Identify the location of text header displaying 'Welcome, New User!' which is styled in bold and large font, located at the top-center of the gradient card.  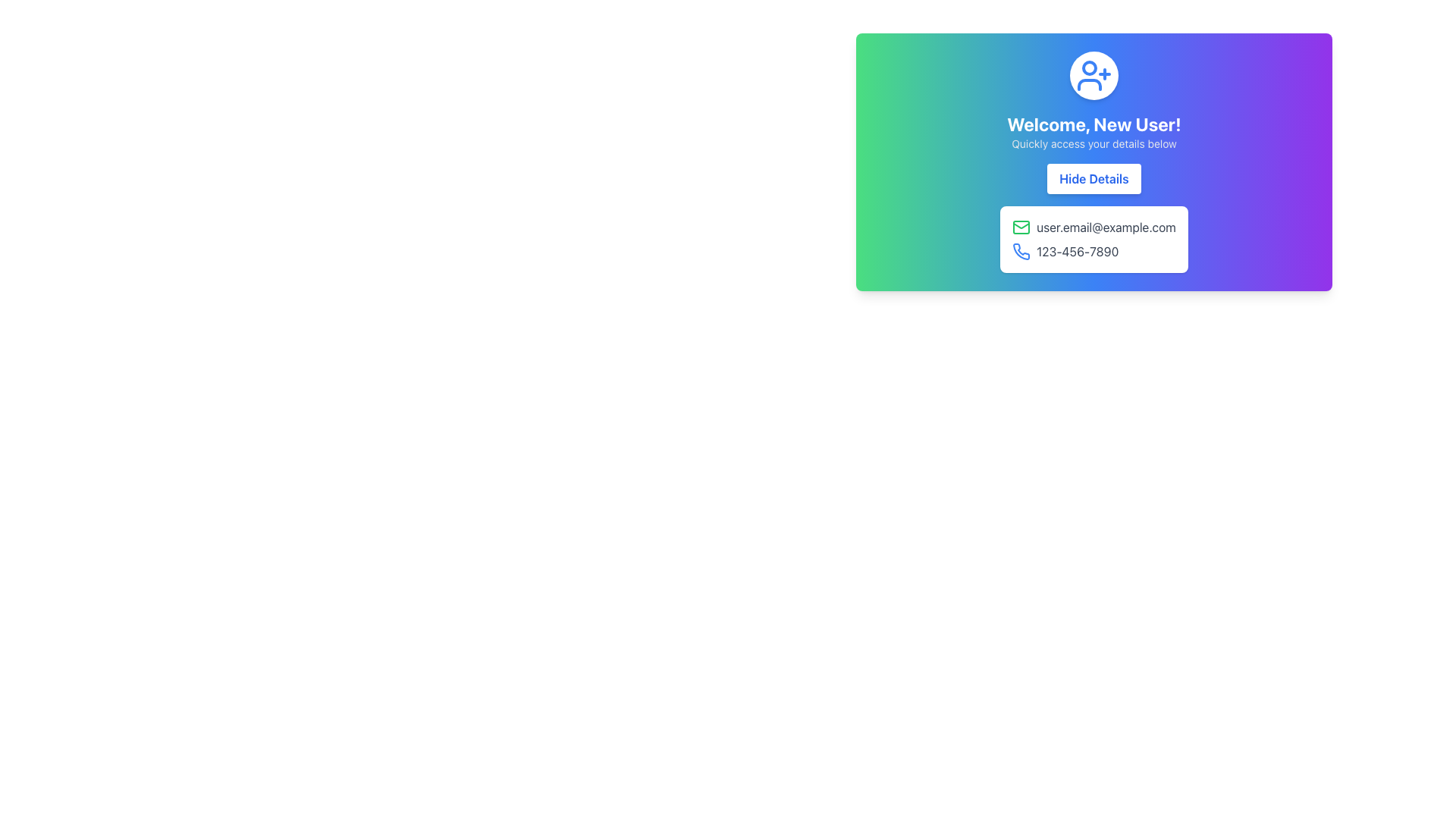
(1094, 124).